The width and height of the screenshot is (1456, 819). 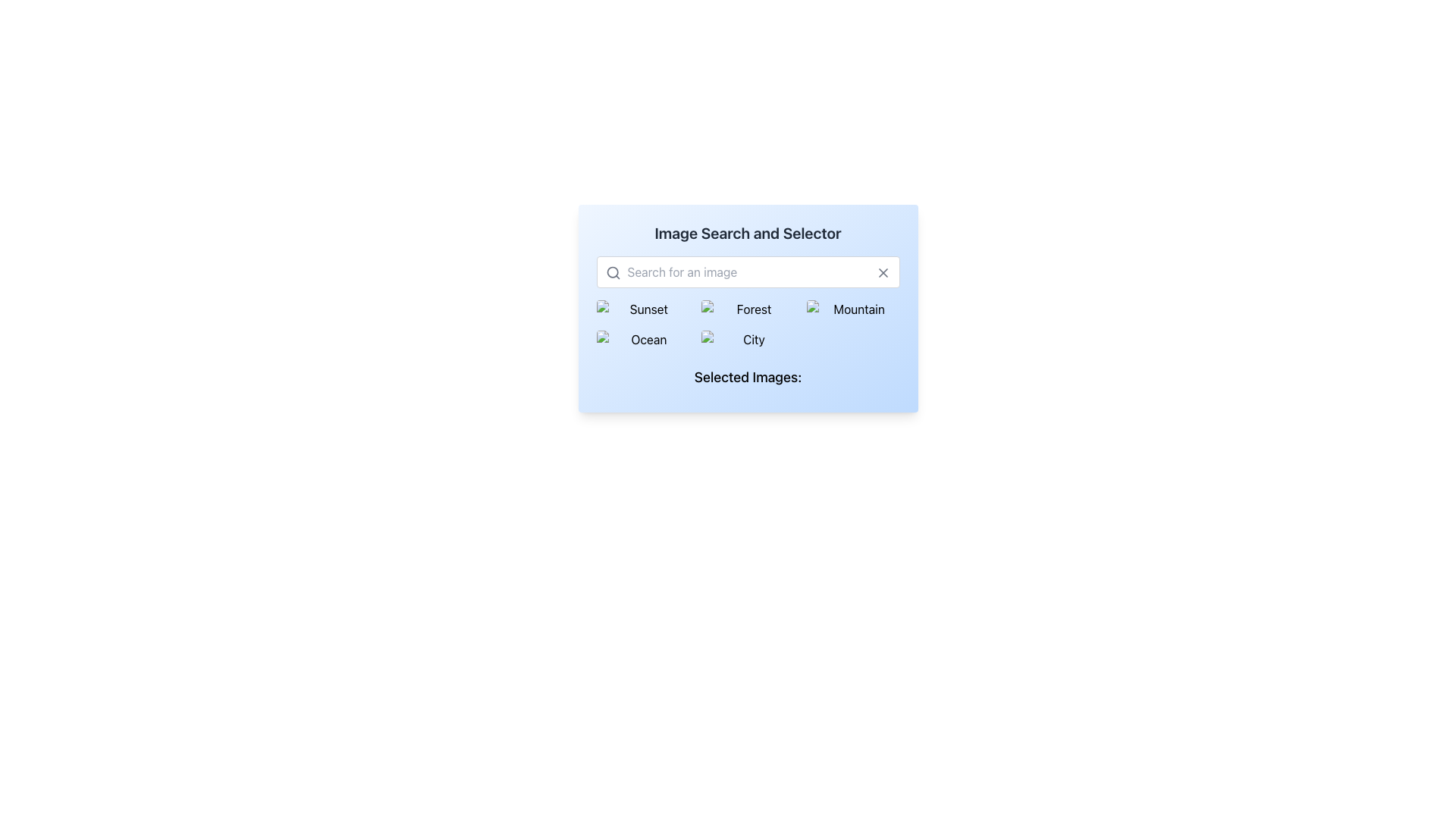 I want to click on the search input field located below the title 'Image Search and Selector', so click(x=748, y=271).